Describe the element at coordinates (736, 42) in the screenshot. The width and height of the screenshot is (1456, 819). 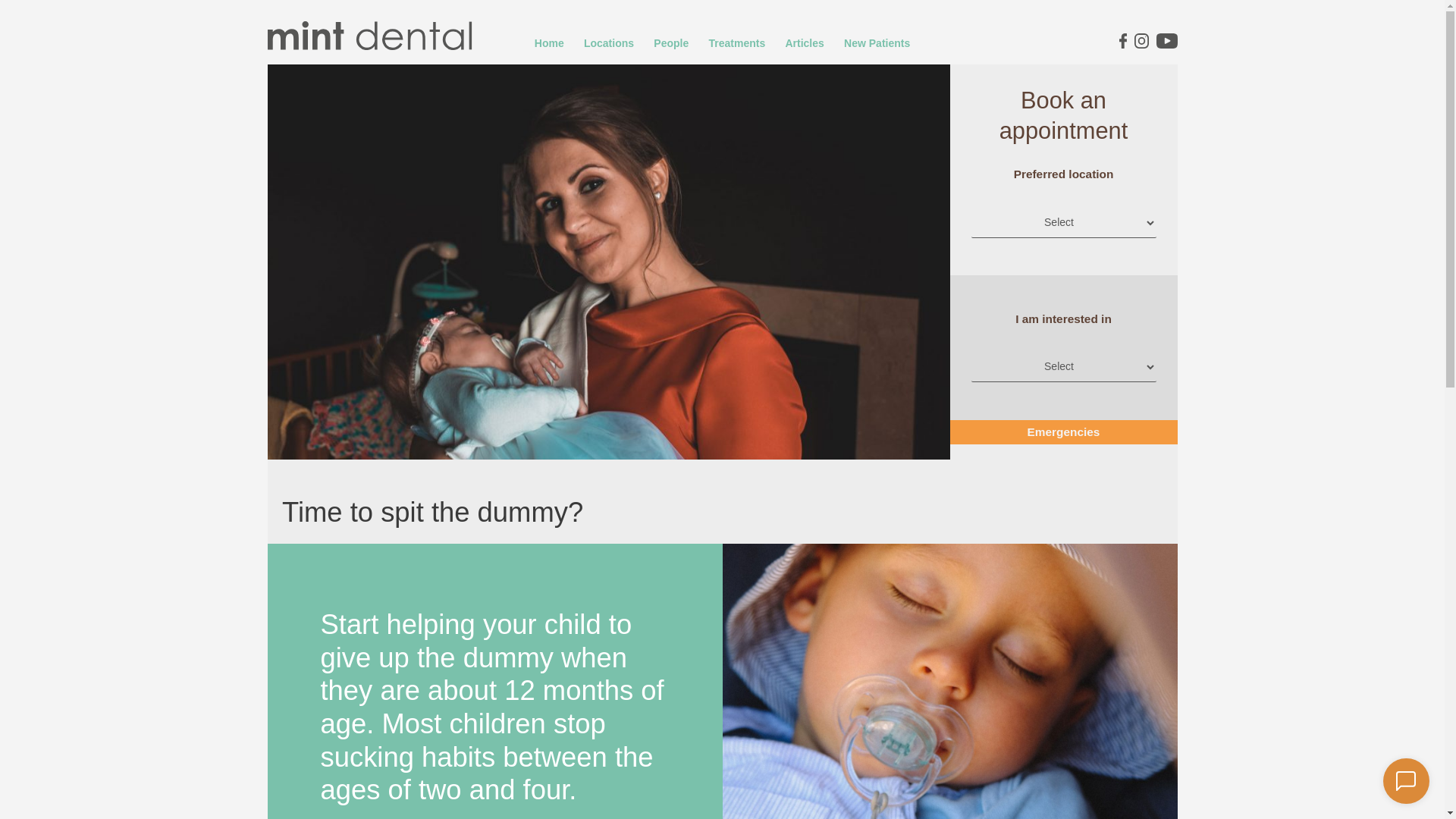
I see `'Treatments'` at that location.